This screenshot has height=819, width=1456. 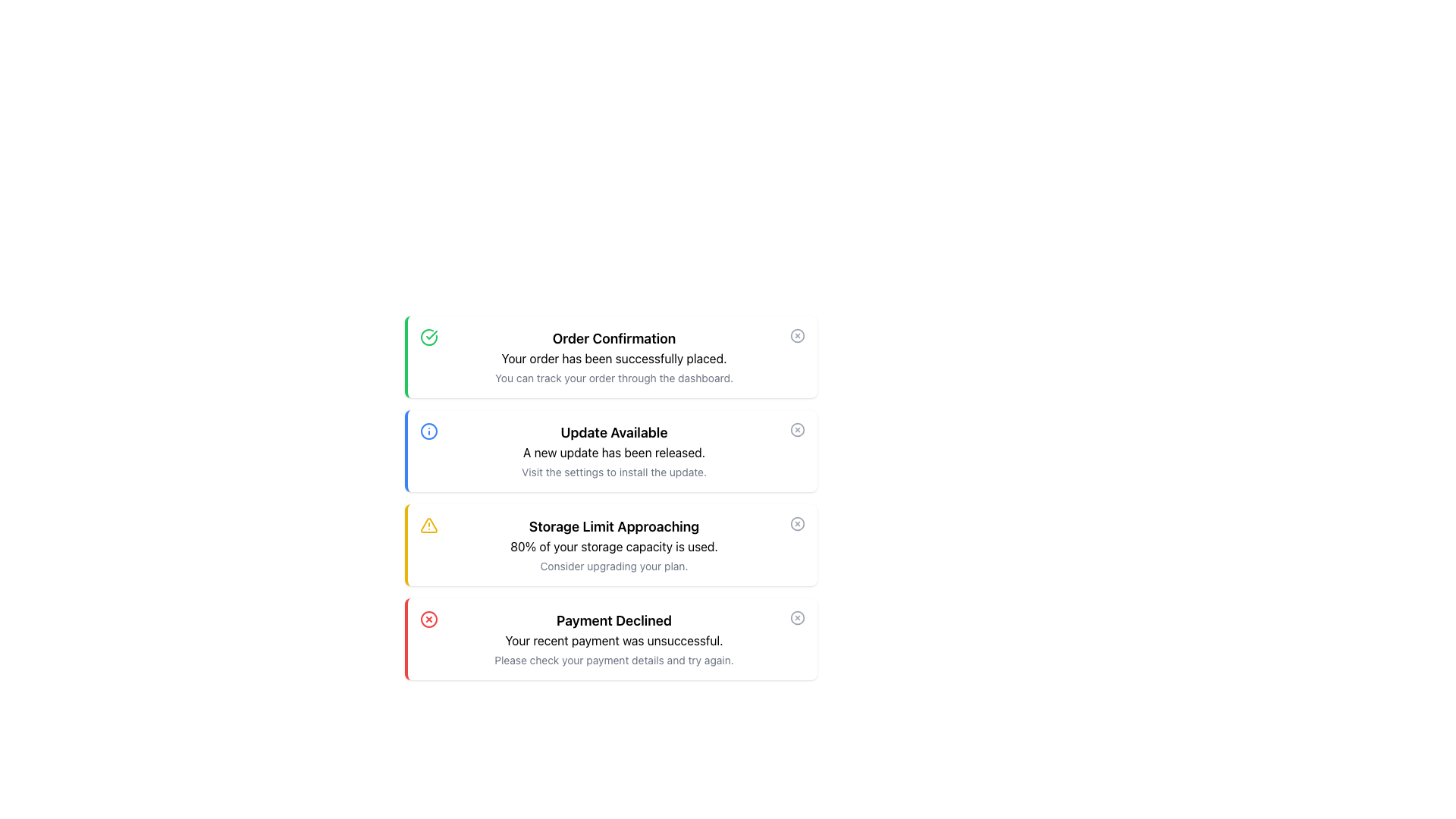 What do you see at coordinates (611, 497) in the screenshot?
I see `any interactive buttons or links within the 'Storage Limit Approaching' notification card, which is styled with a yellow vertical border and provides a warning about nearing storage capacity` at bounding box center [611, 497].